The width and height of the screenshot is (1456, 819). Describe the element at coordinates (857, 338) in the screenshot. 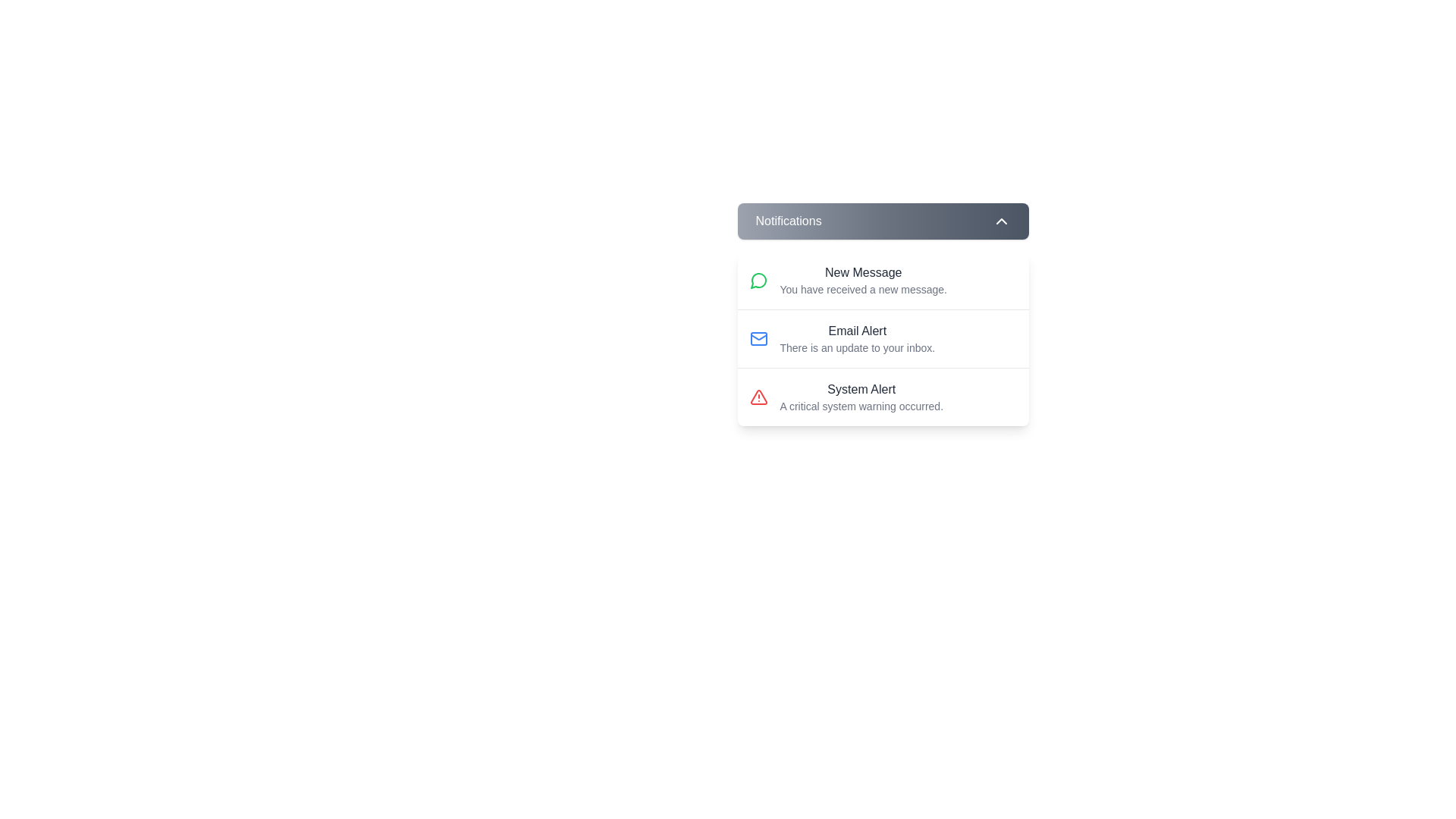

I see `the Notification item displaying 'Email Alert' in bold font, which is positioned within the notification panel as the second listed item` at that location.